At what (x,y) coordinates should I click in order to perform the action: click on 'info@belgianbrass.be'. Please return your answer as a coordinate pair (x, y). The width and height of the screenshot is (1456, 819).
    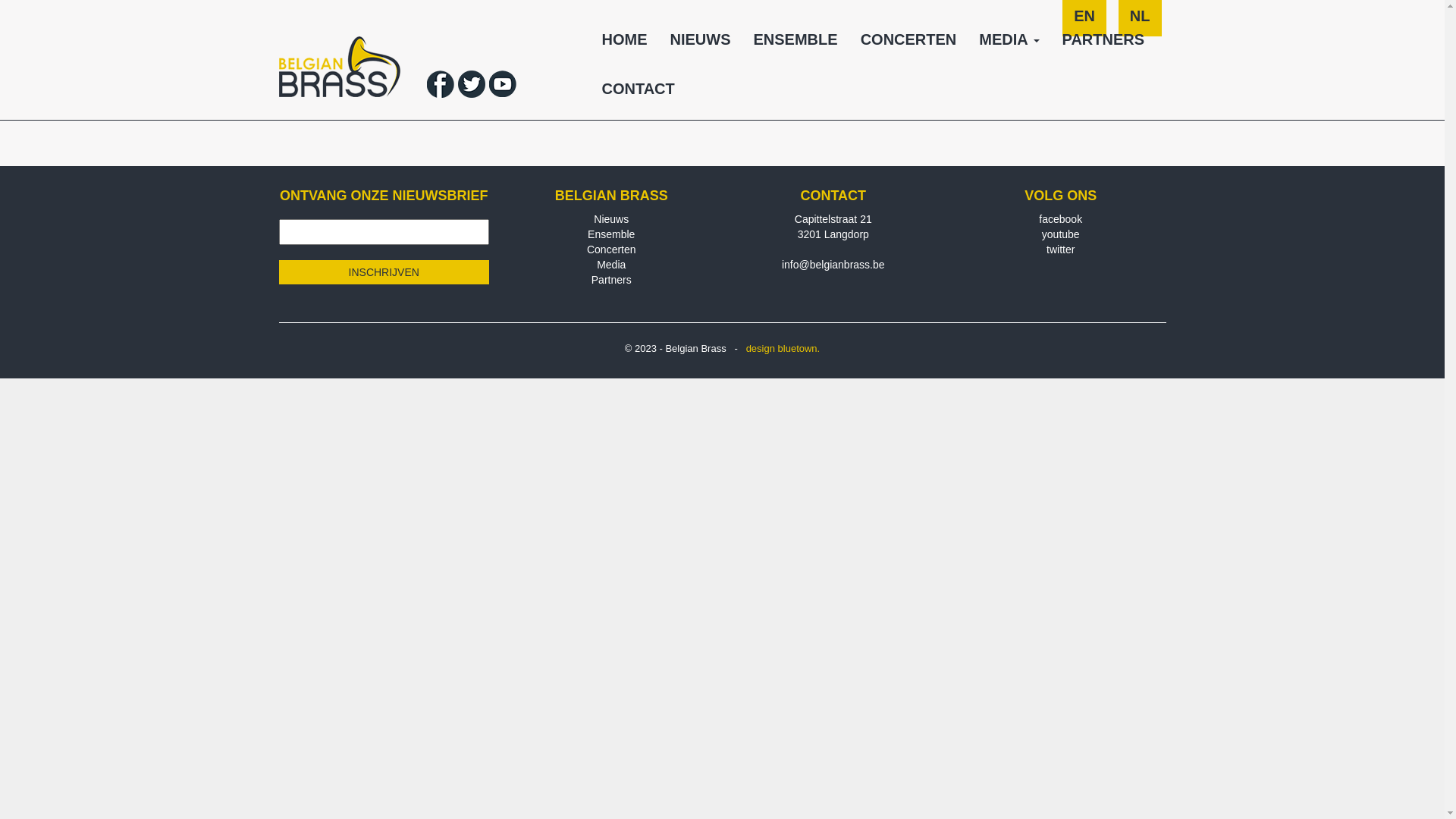
    Looking at the image, I should click on (833, 263).